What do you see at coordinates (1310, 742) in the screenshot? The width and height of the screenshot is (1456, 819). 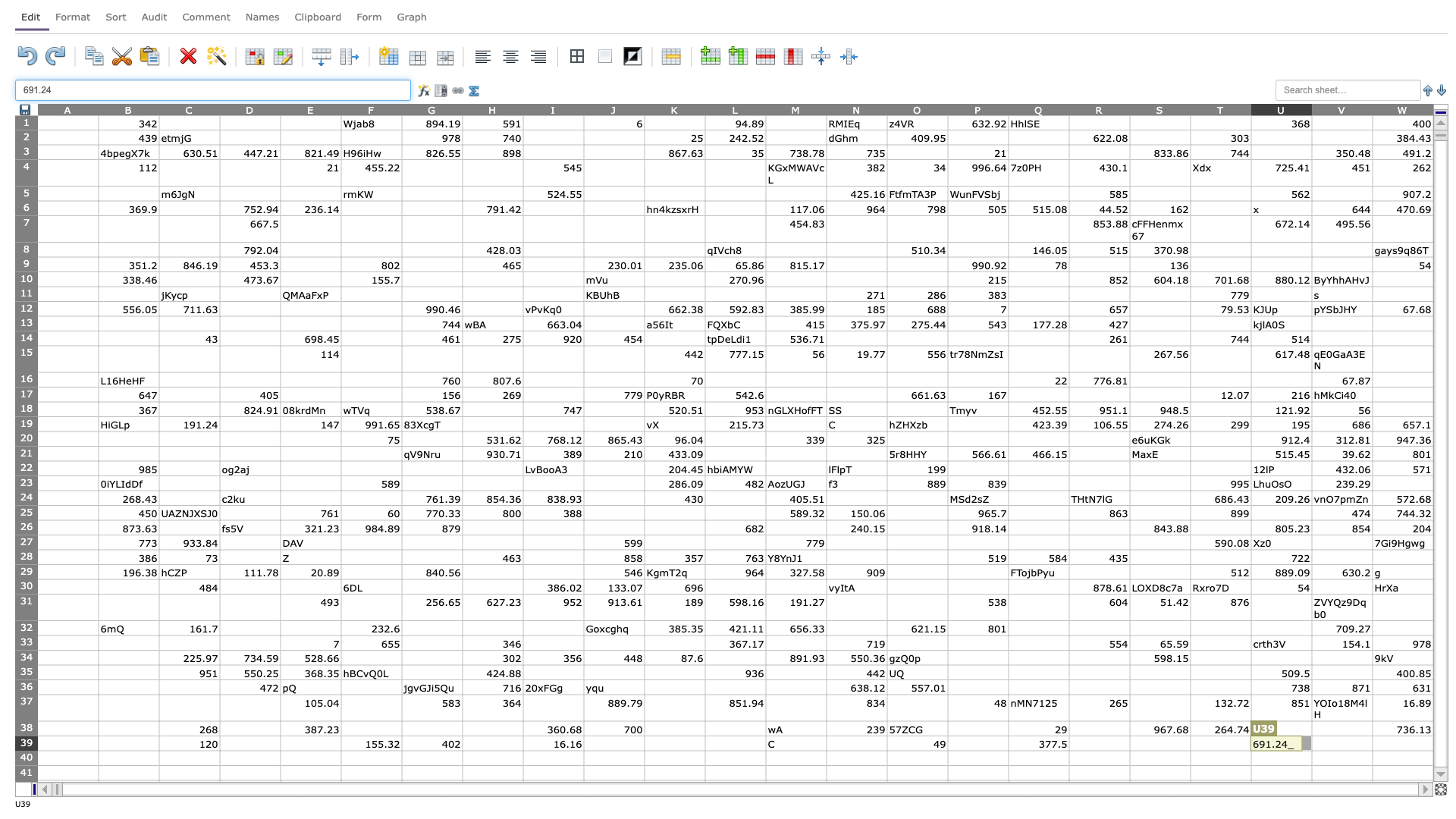 I see `left edge of cell V39` at bounding box center [1310, 742].